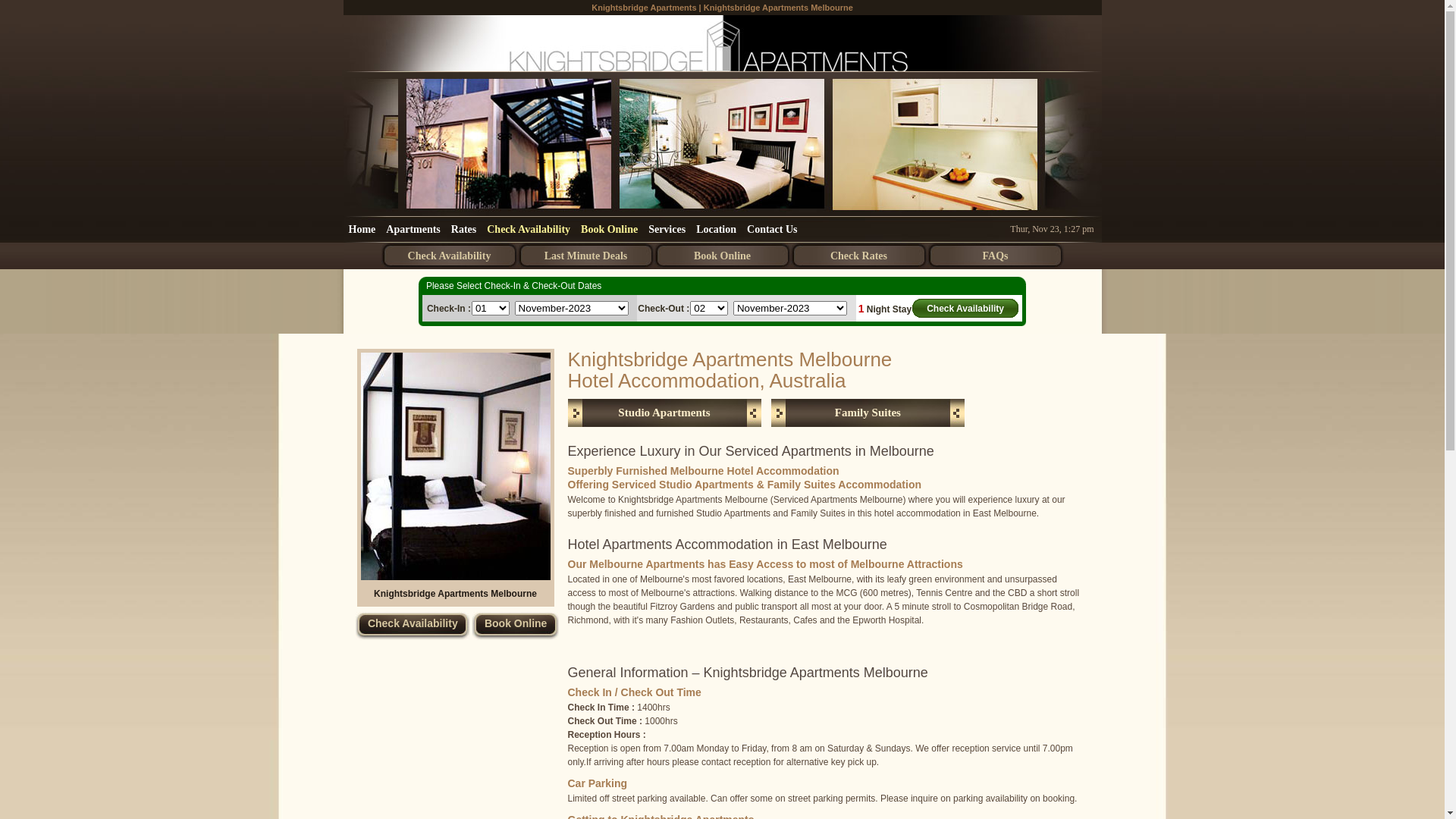 The image size is (1456, 819). What do you see at coordinates (742, 229) in the screenshot?
I see `'Contact Us'` at bounding box center [742, 229].